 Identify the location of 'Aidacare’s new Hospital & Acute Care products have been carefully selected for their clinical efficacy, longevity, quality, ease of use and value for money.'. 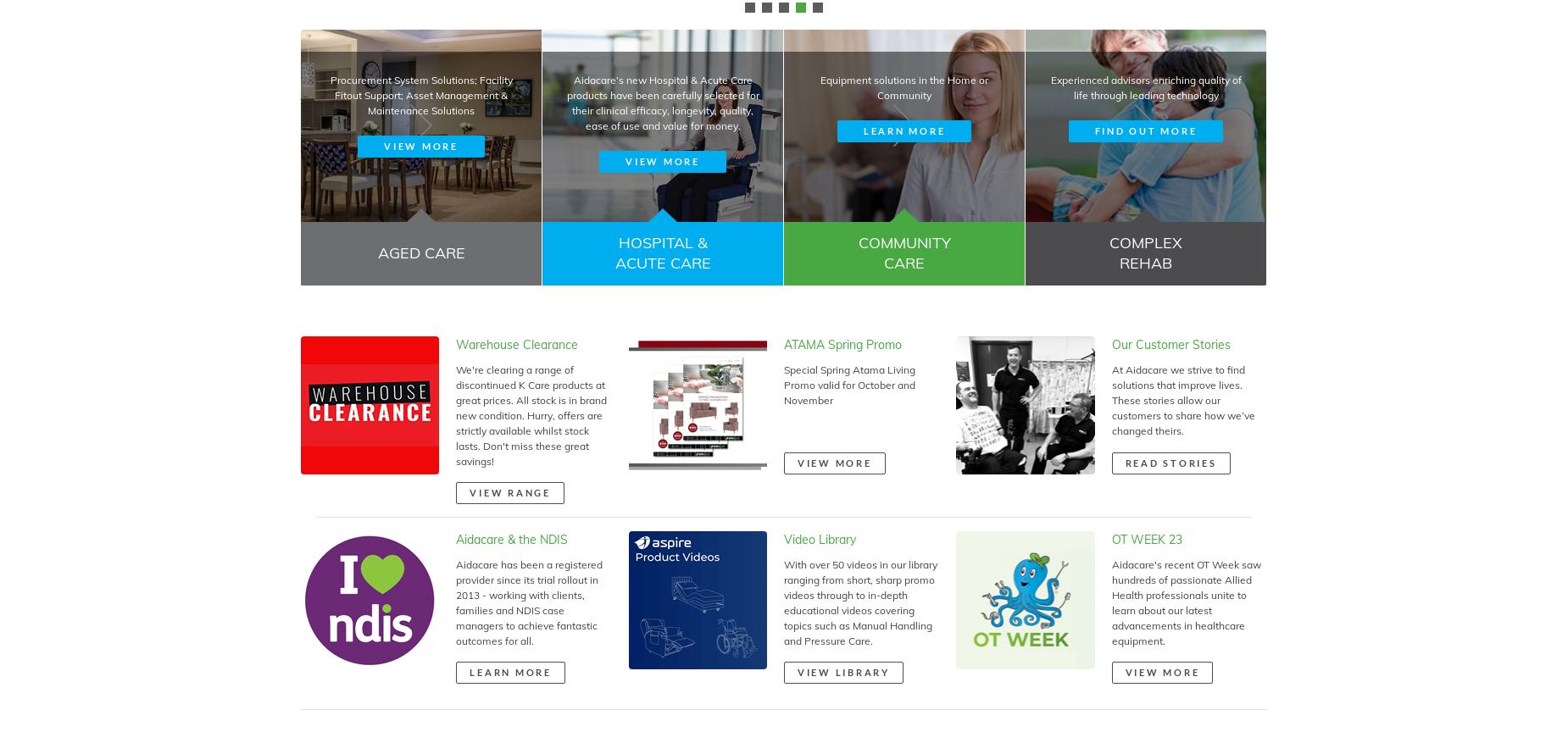
(662, 335).